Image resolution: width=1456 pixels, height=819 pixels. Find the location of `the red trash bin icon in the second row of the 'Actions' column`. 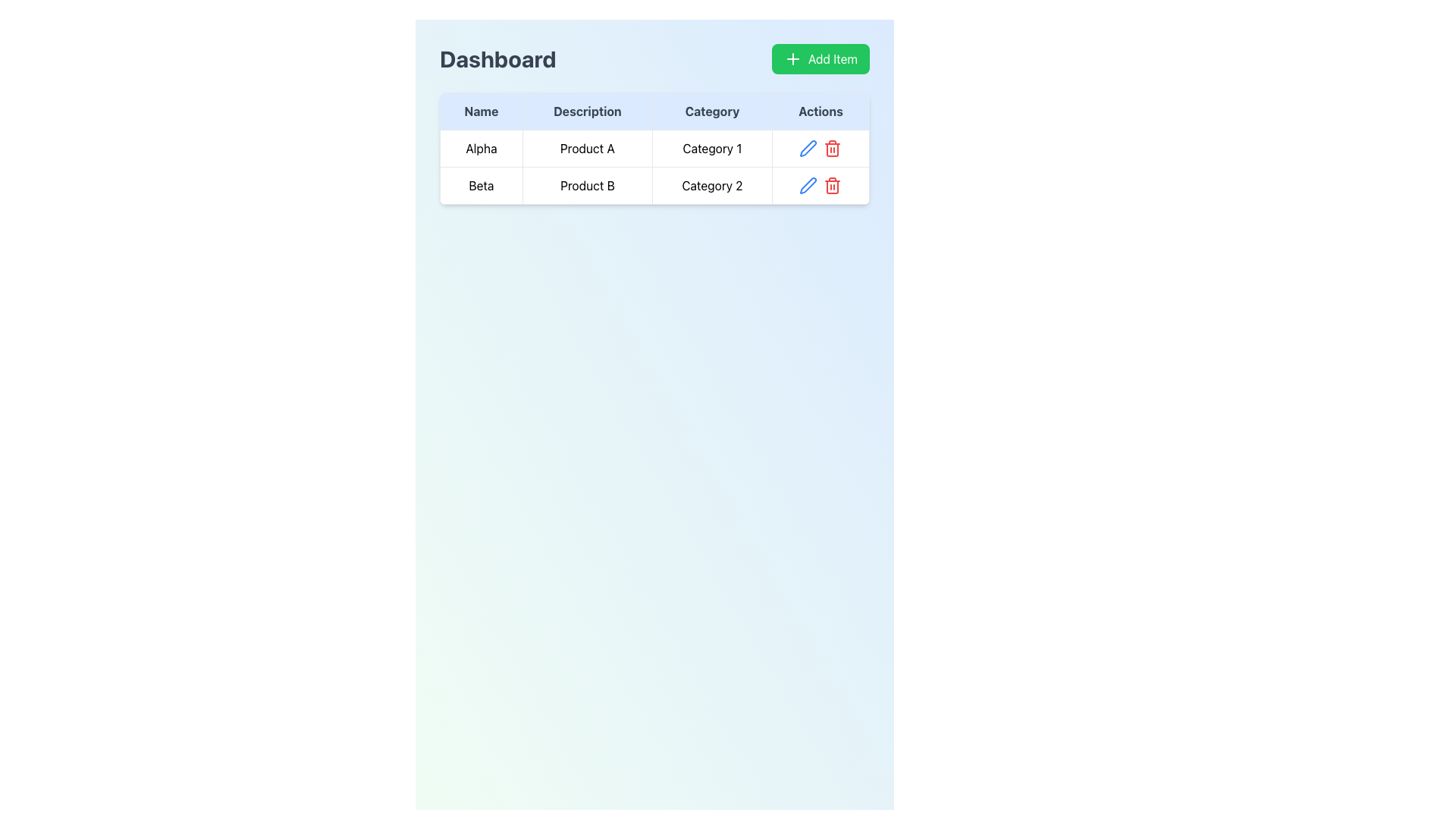

the red trash bin icon in the second row of the 'Actions' column is located at coordinates (832, 185).